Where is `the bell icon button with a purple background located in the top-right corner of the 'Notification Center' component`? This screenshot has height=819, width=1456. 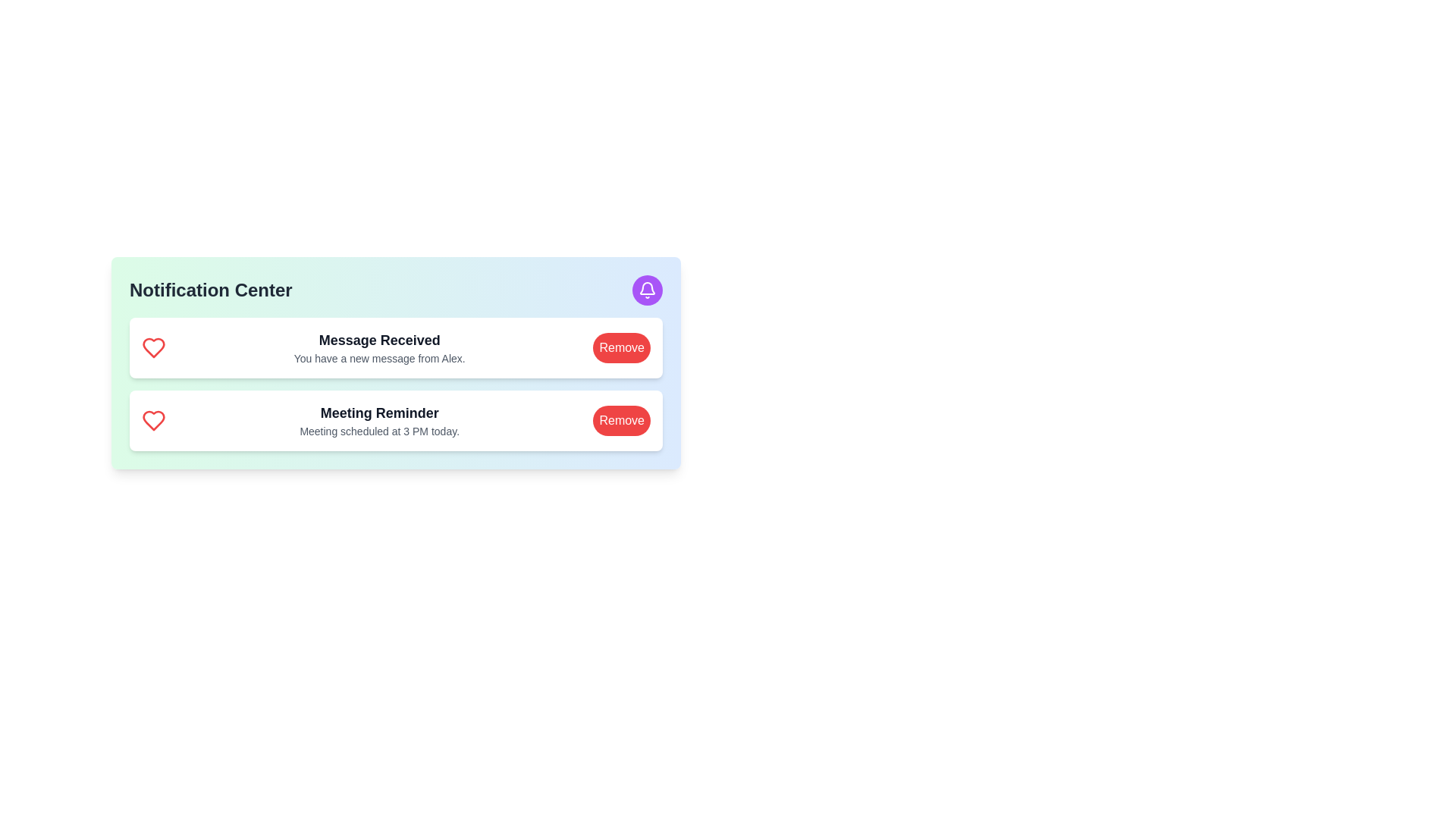
the bell icon button with a purple background located in the top-right corner of the 'Notification Center' component is located at coordinates (648, 290).